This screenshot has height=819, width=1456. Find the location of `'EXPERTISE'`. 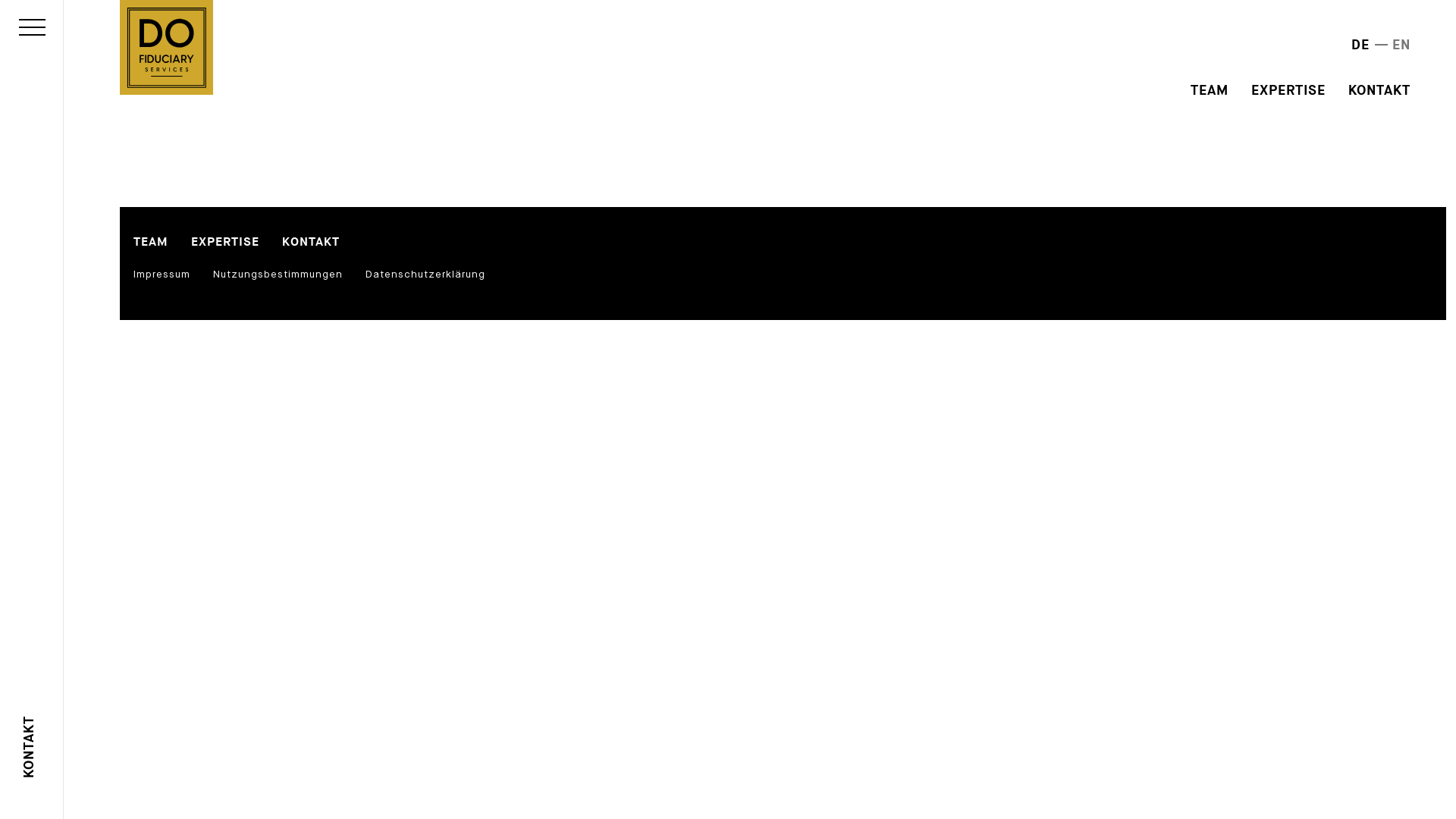

'EXPERTISE' is located at coordinates (190, 242).